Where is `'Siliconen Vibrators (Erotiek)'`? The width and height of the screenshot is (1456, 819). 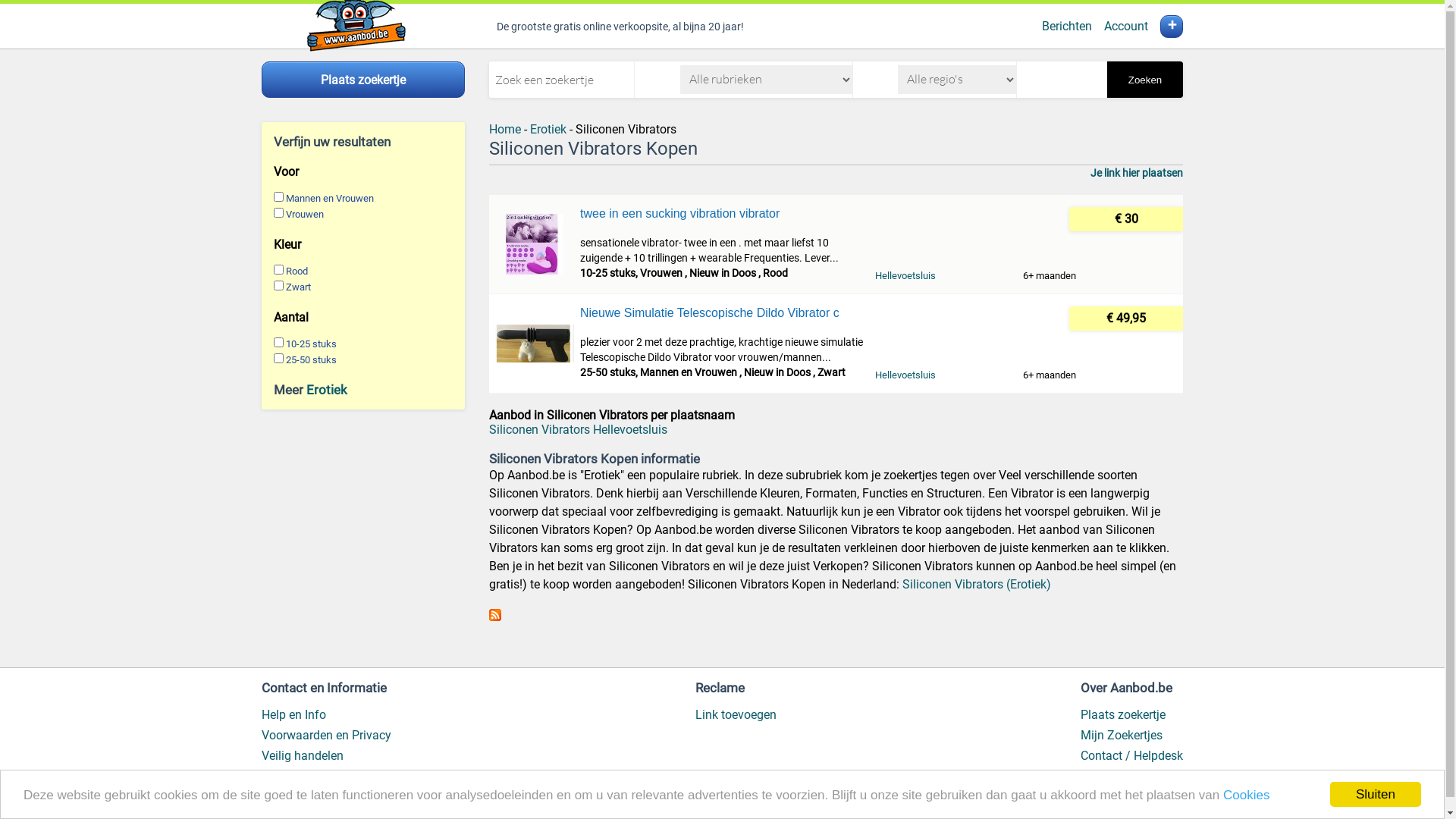 'Siliconen Vibrators (Erotiek)' is located at coordinates (902, 583).